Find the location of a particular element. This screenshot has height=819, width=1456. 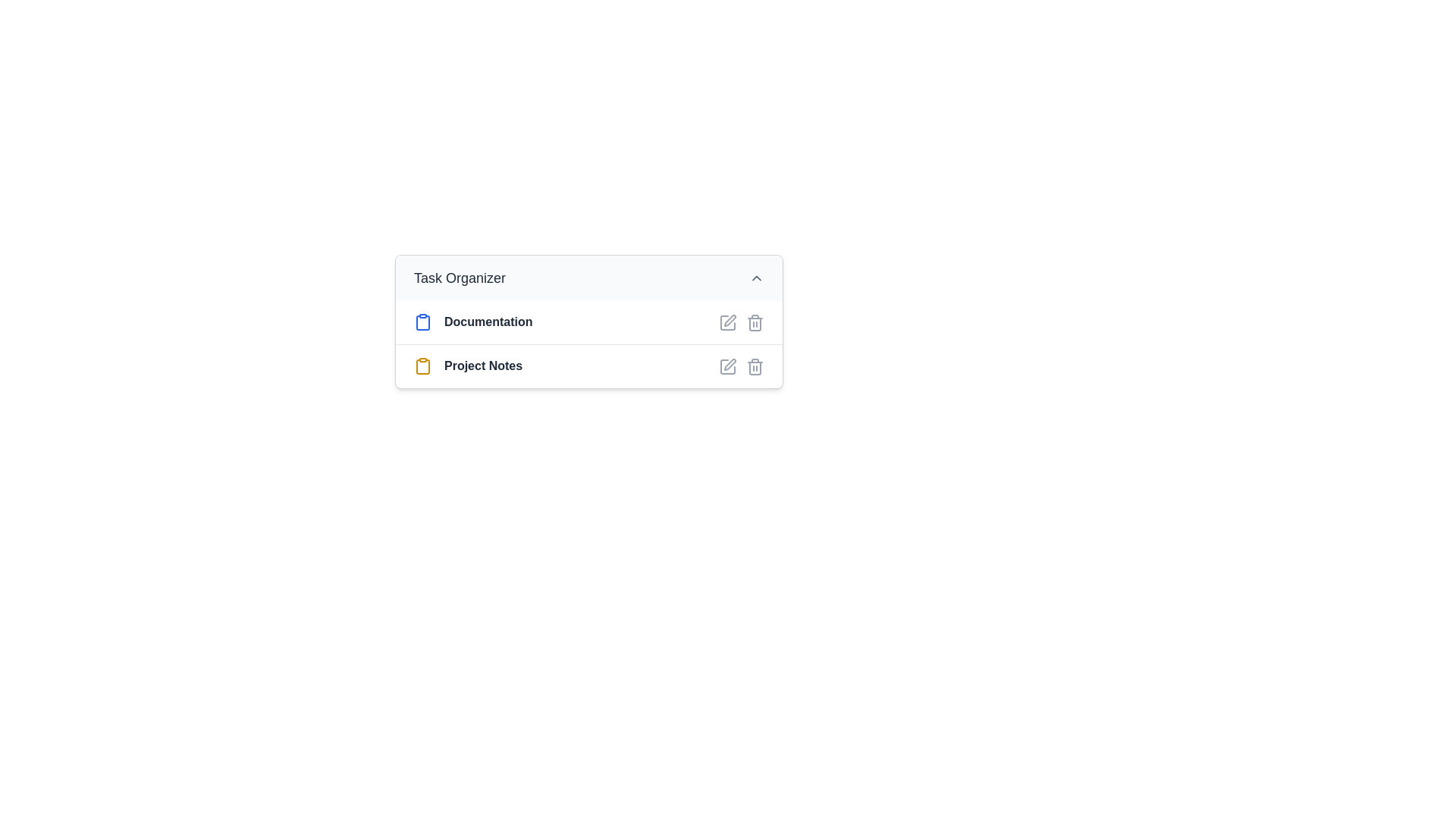

the clipboard icon located in the left cell of the first row of the table is located at coordinates (422, 322).